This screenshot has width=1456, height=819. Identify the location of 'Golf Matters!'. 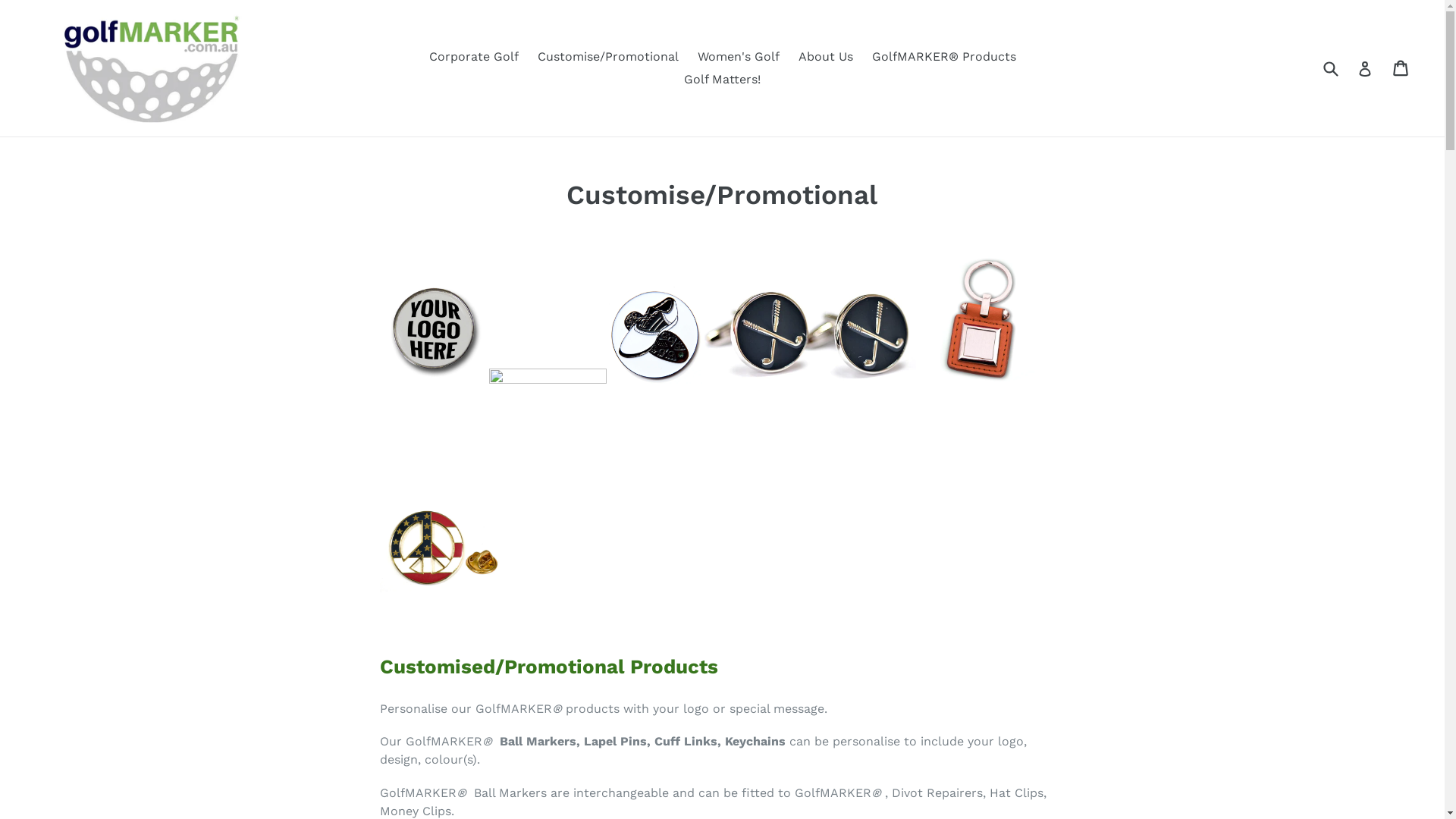
(721, 79).